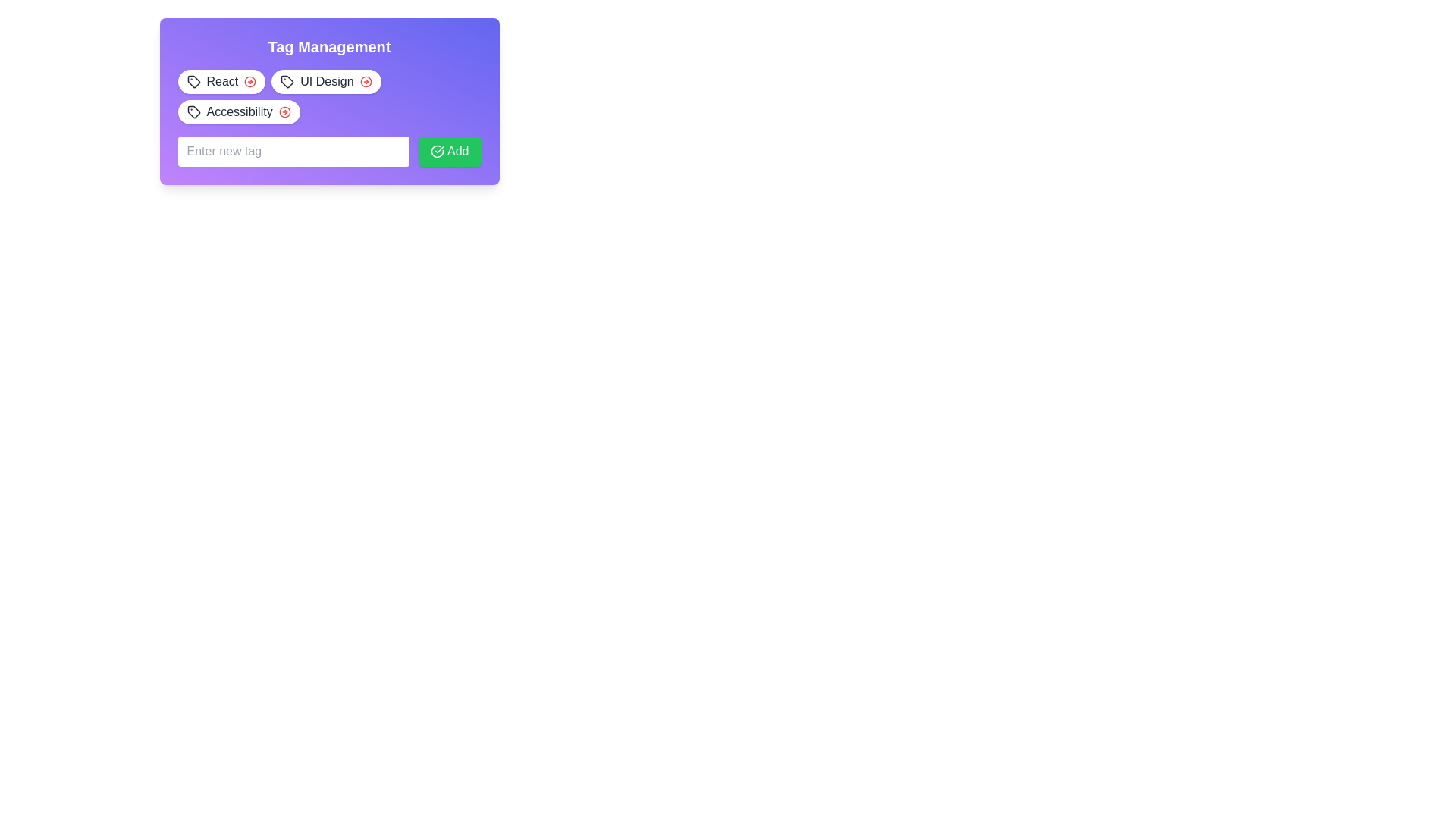 The width and height of the screenshot is (1456, 819). Describe the element at coordinates (366, 82) in the screenshot. I see `the interactive red circular button with a right-facing arrow inside, positioned near the right end of the 'UI Design' tag` at that location.